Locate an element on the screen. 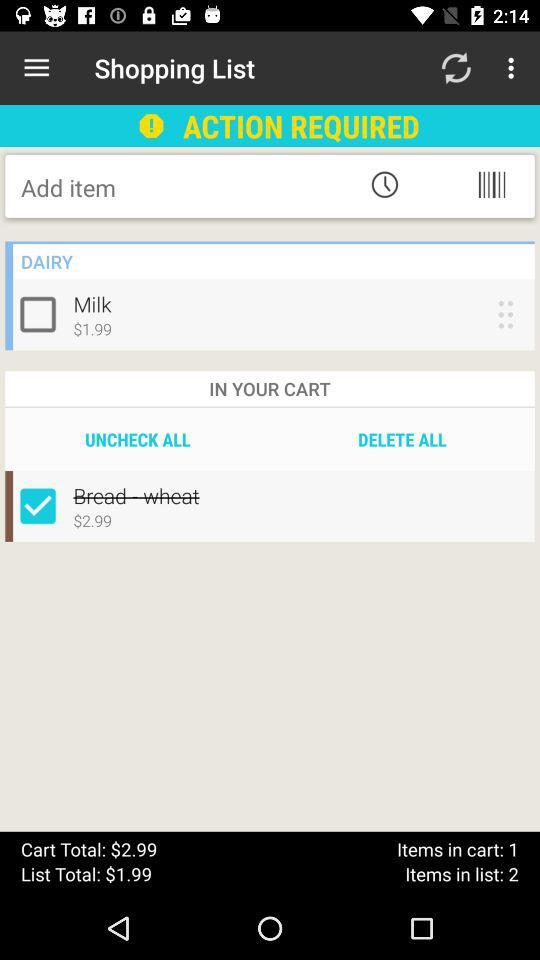  the uncheck all is located at coordinates (136, 439).